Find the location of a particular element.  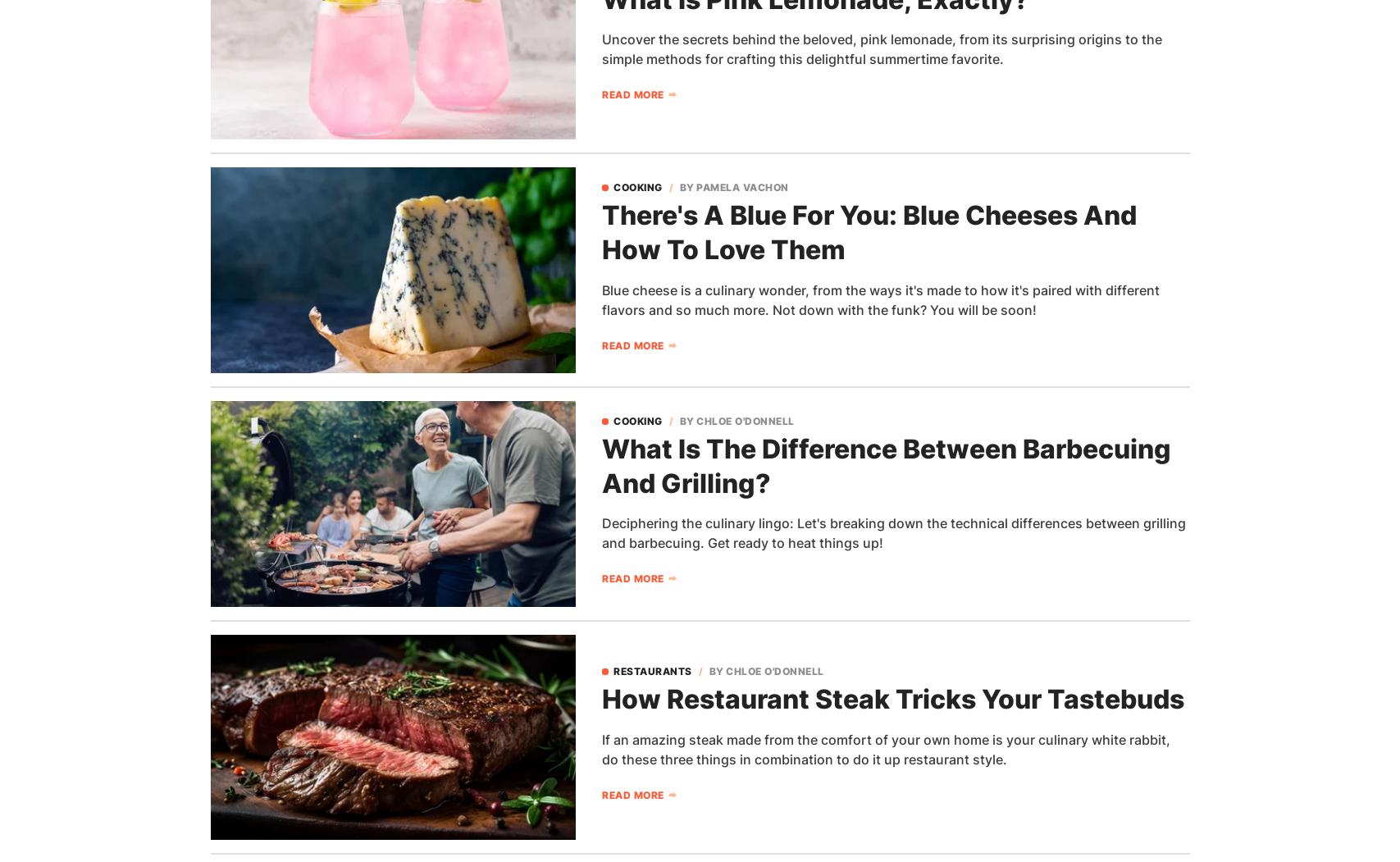

'Blue cheese is a culinary wonder, from the ways it's made to how it's paired with different flavors and so much more. Not down with the funk? You will be soon!' is located at coordinates (880, 299).